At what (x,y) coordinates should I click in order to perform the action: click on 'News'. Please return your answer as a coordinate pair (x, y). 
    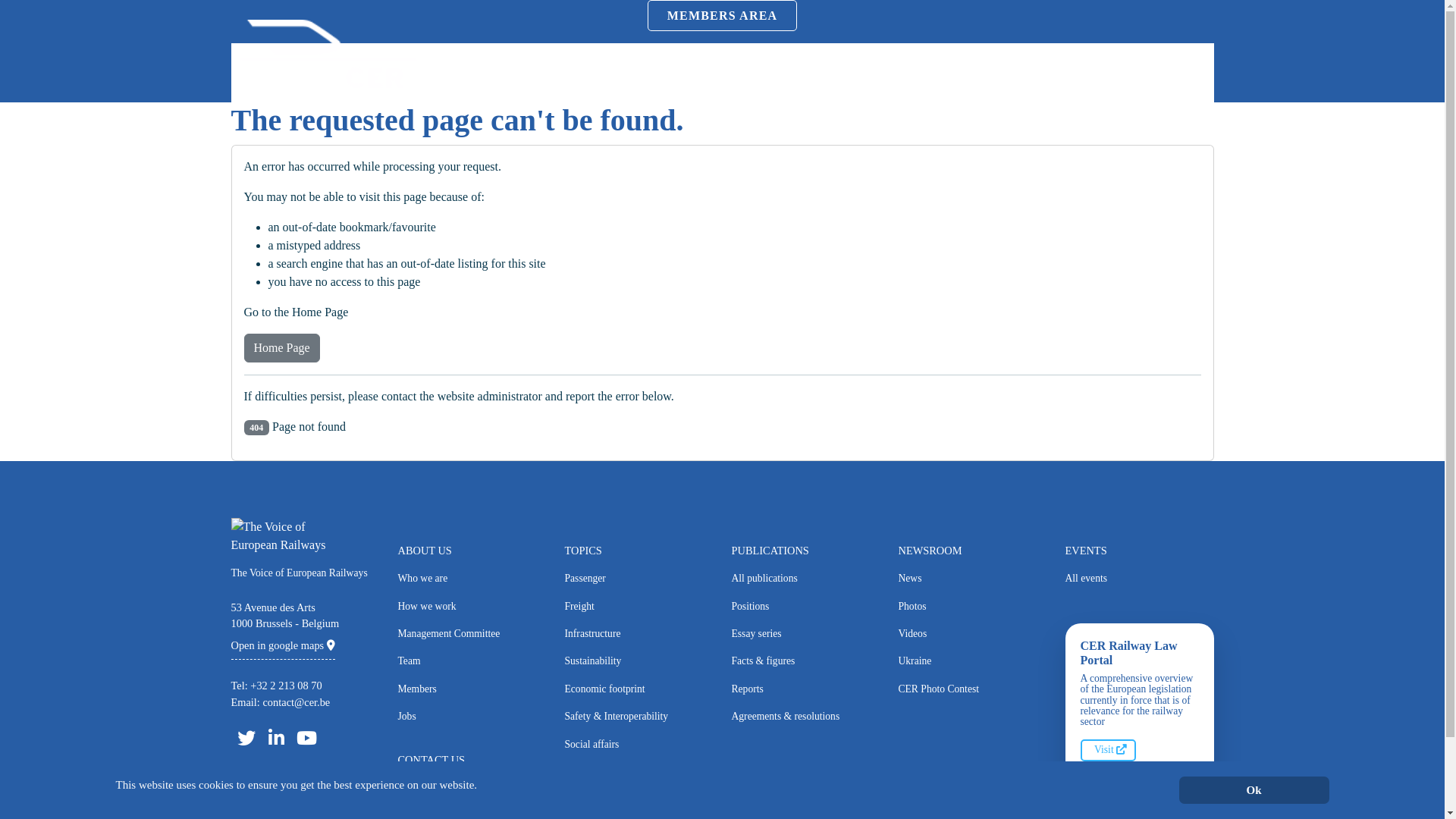
    Looking at the image, I should click on (898, 579).